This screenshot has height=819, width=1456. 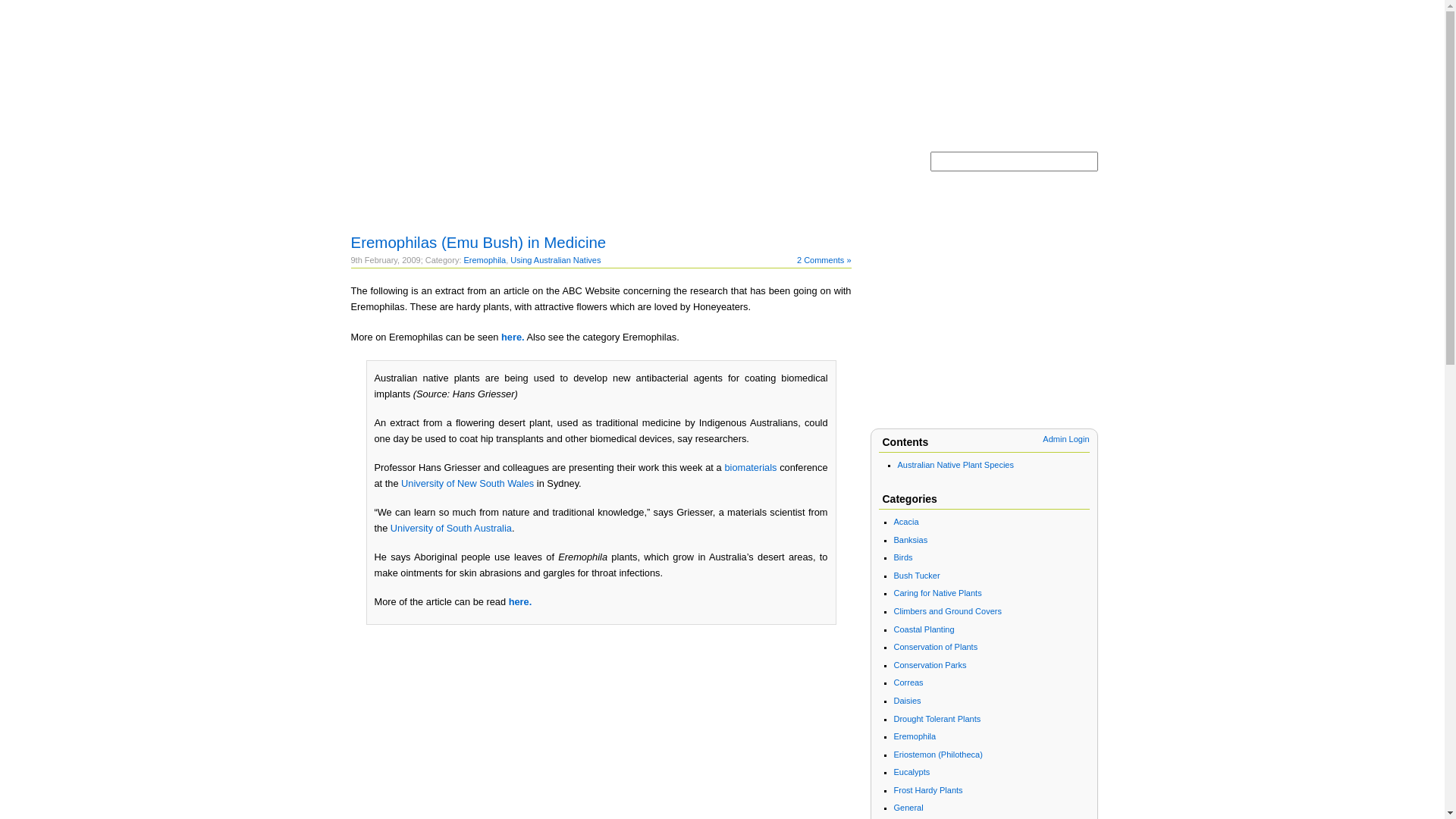 I want to click on 'Home', so click(x=381, y=170).